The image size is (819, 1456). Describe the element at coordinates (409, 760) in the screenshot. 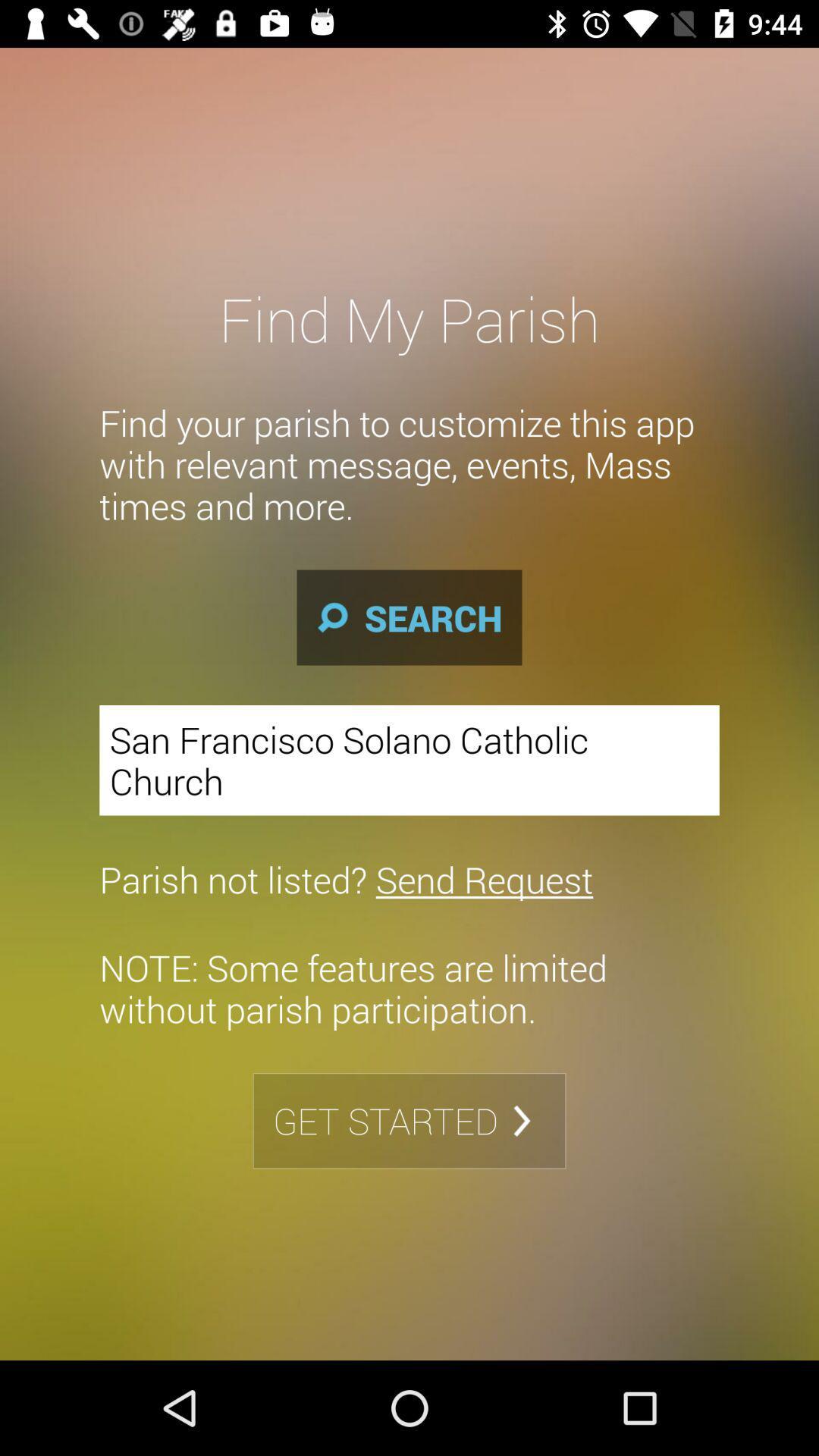

I see `the item below the search` at that location.